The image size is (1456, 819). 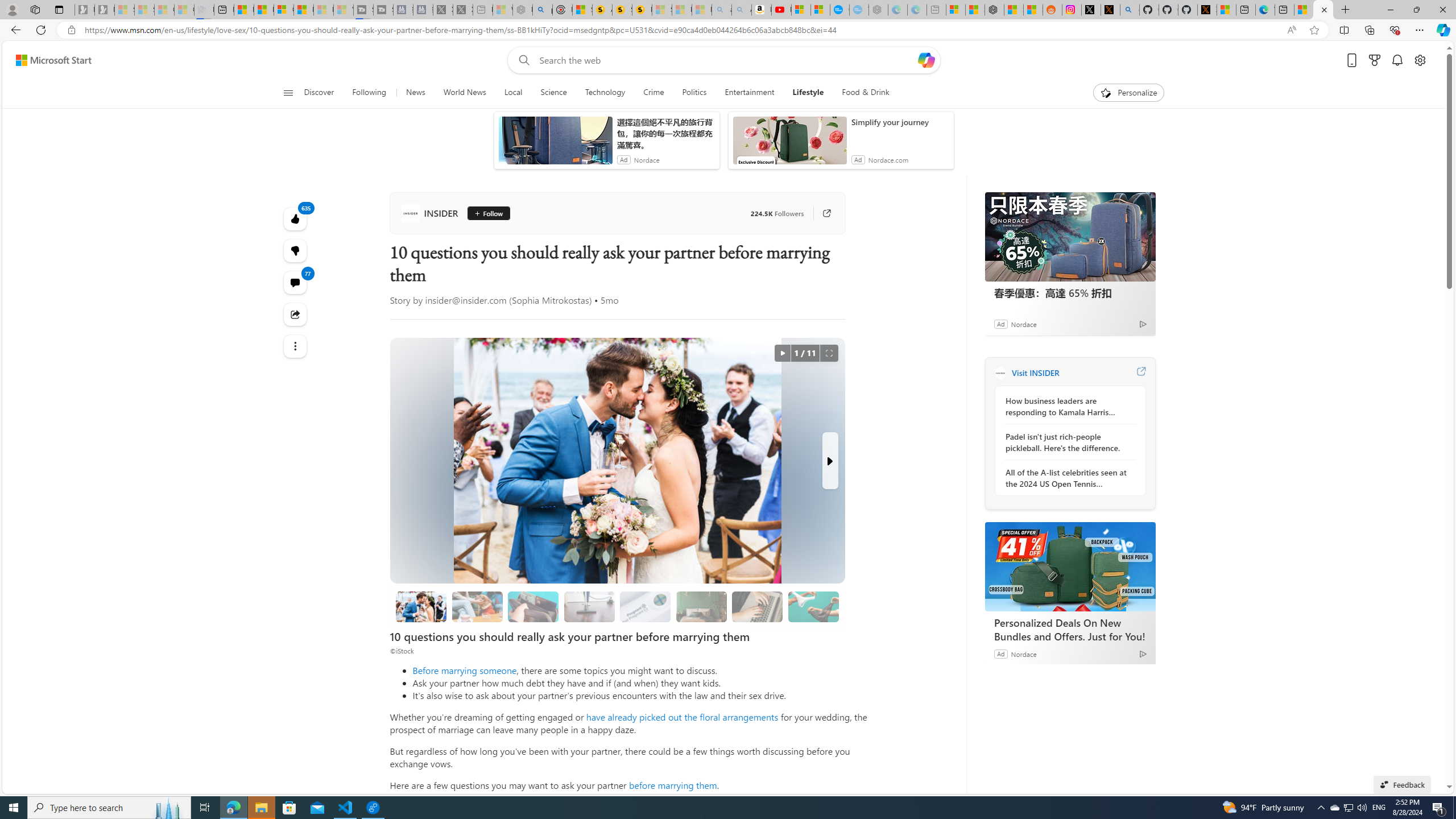 I want to click on 'X Privacy Policy', so click(x=1206, y=9).